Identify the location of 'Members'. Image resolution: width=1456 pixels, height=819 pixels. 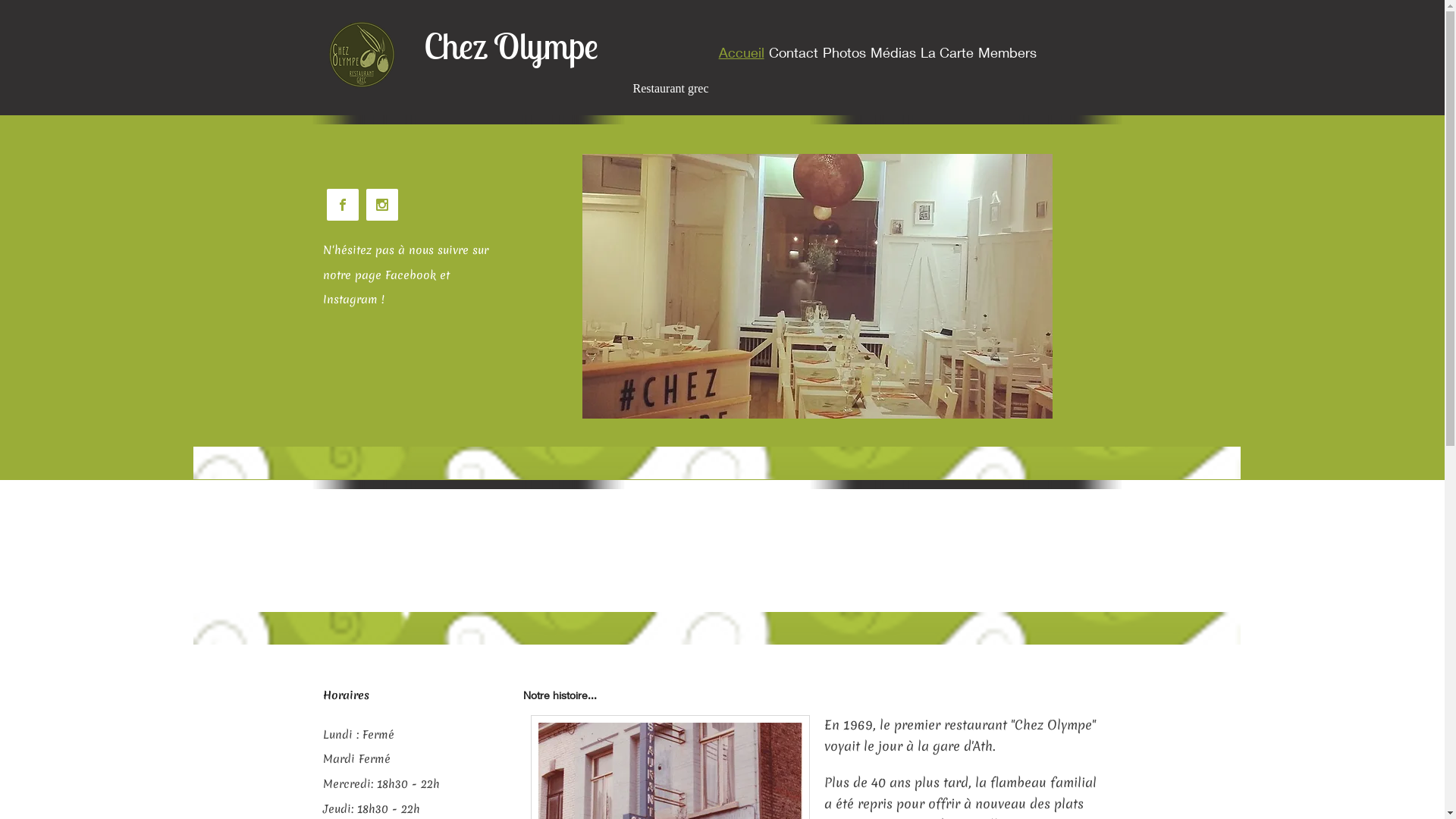
(1007, 52).